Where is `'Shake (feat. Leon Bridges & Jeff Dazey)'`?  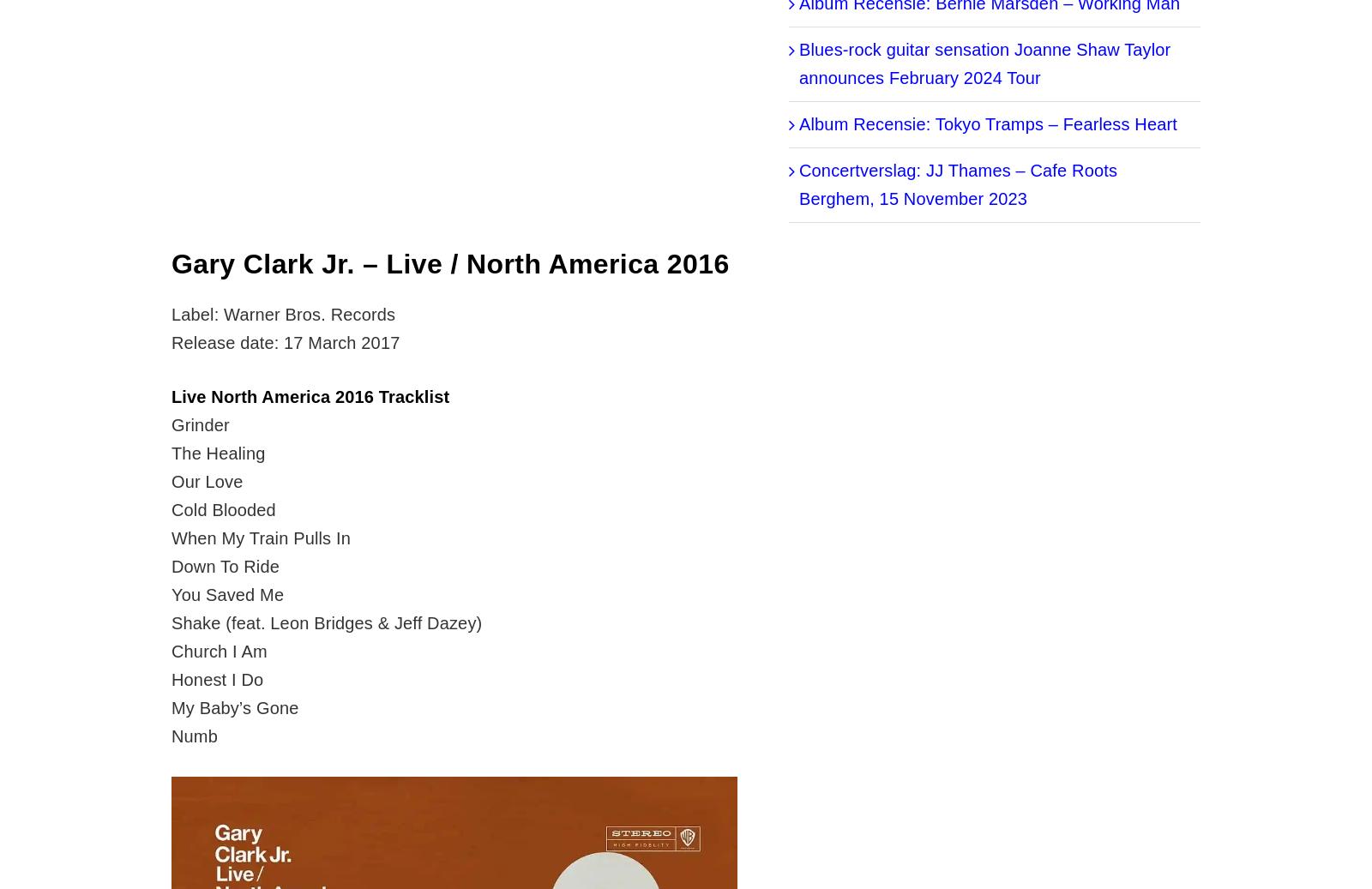
'Shake (feat. Leon Bridges & Jeff Dazey)' is located at coordinates (326, 623).